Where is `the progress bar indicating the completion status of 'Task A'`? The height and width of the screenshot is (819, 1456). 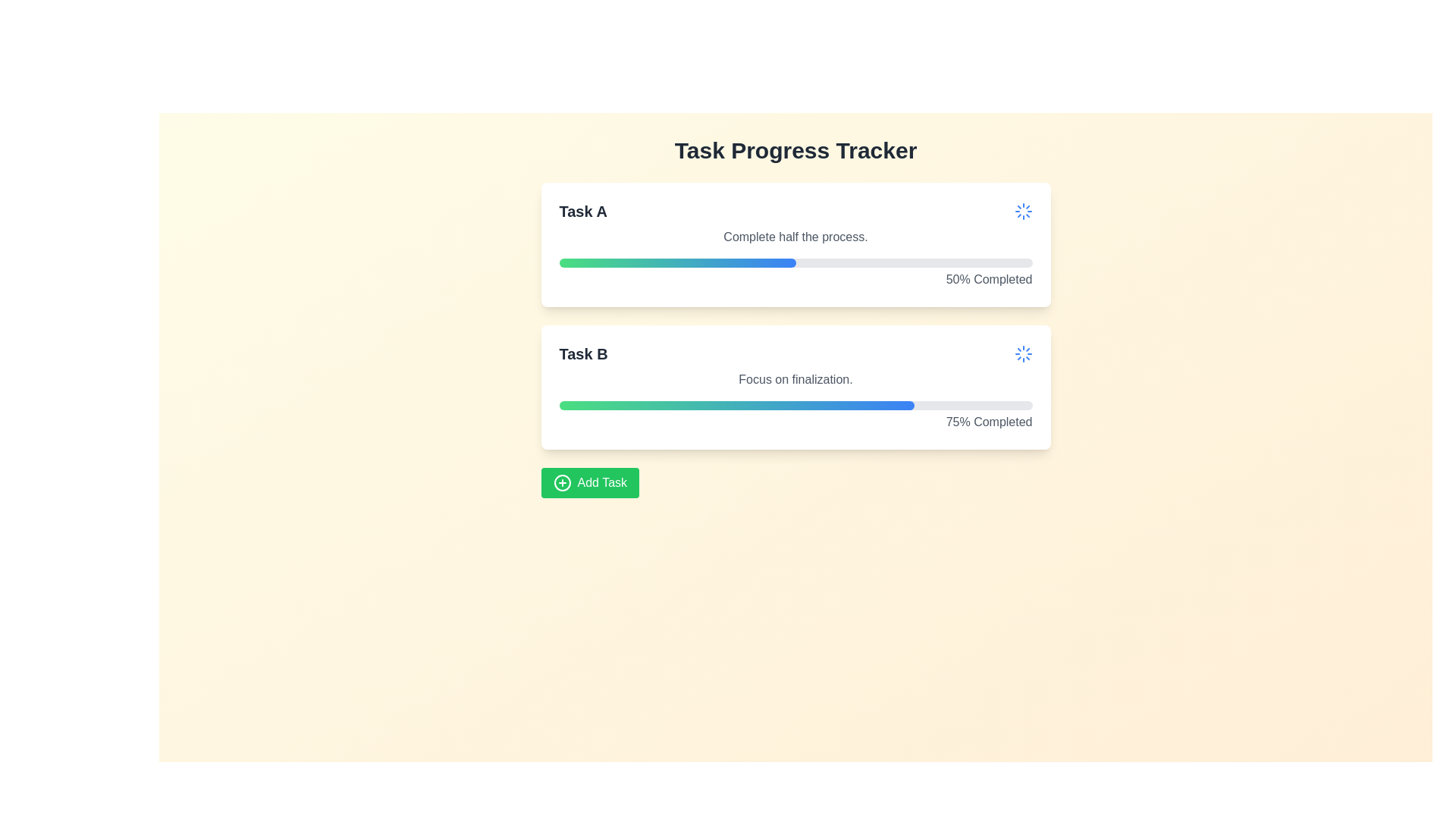
the progress bar indicating the completion status of 'Task A' is located at coordinates (676, 262).